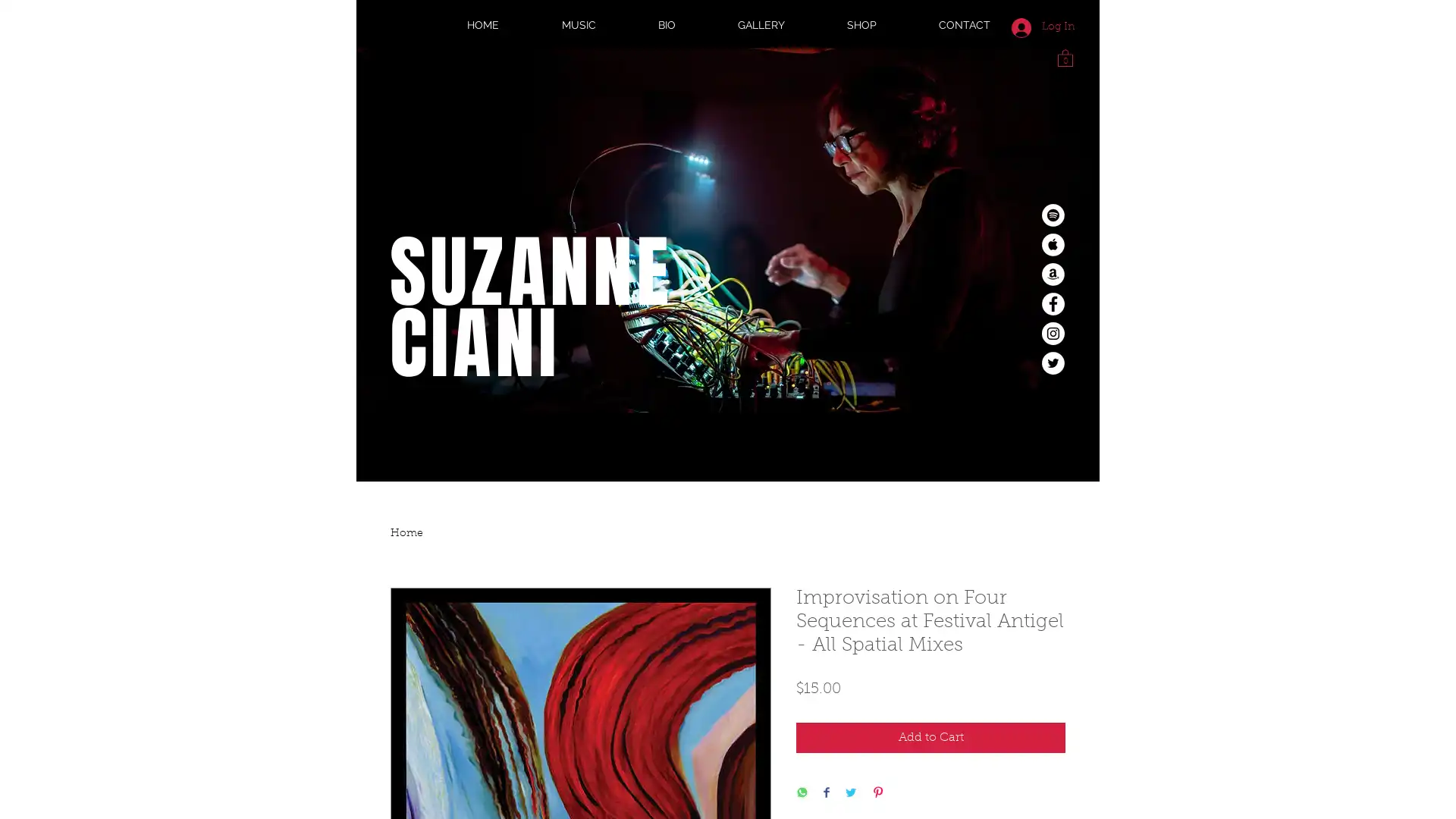 The image size is (1456, 819). Describe the element at coordinates (825, 792) in the screenshot. I see `Share on Facebook` at that location.